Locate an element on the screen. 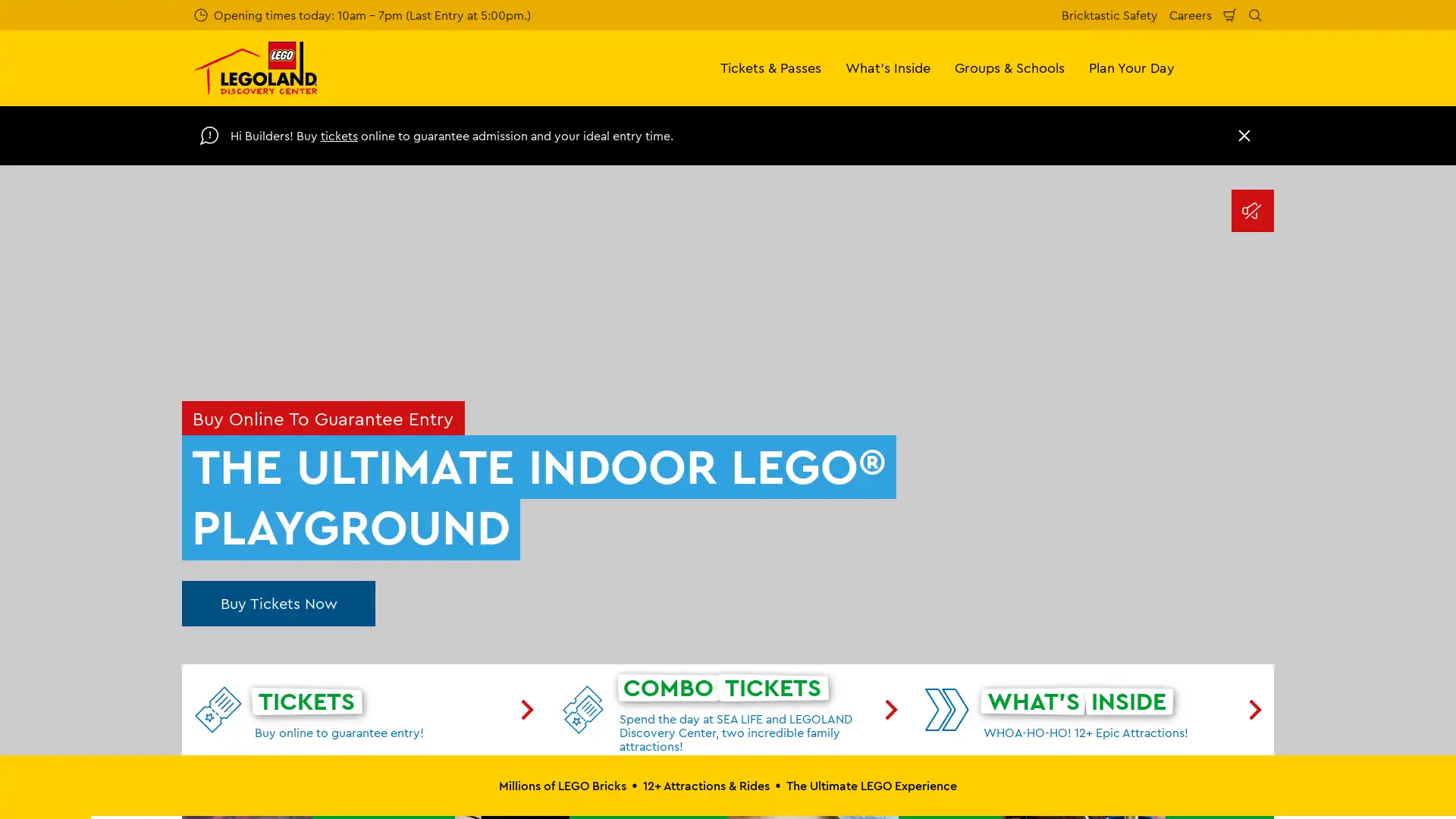 The height and width of the screenshot is (819, 1456). Search is located at coordinates (1255, 14).